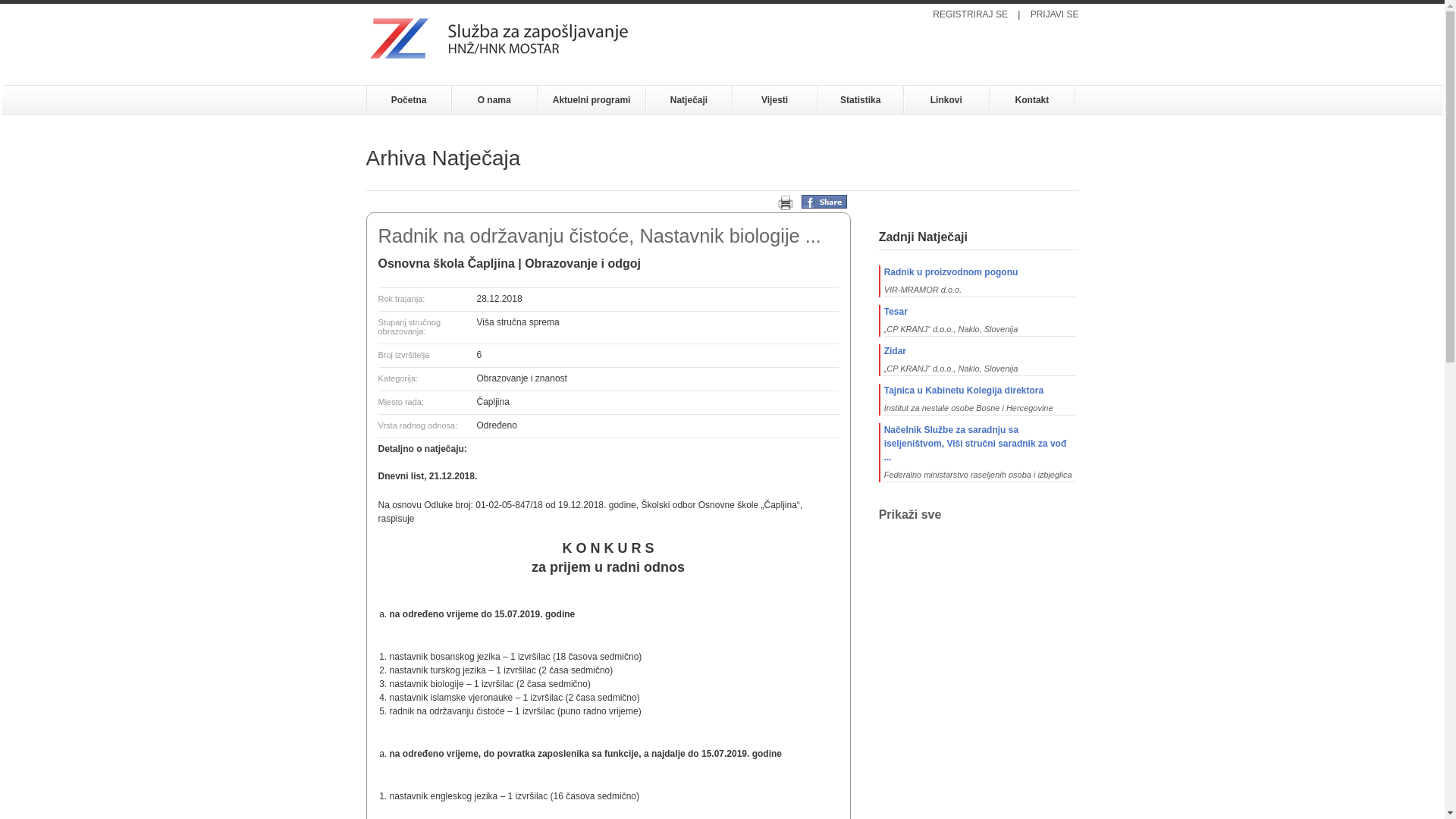 Image resolution: width=1456 pixels, height=819 pixels. I want to click on 'Radnik u proizvodnom pogonu, so click(878, 281).